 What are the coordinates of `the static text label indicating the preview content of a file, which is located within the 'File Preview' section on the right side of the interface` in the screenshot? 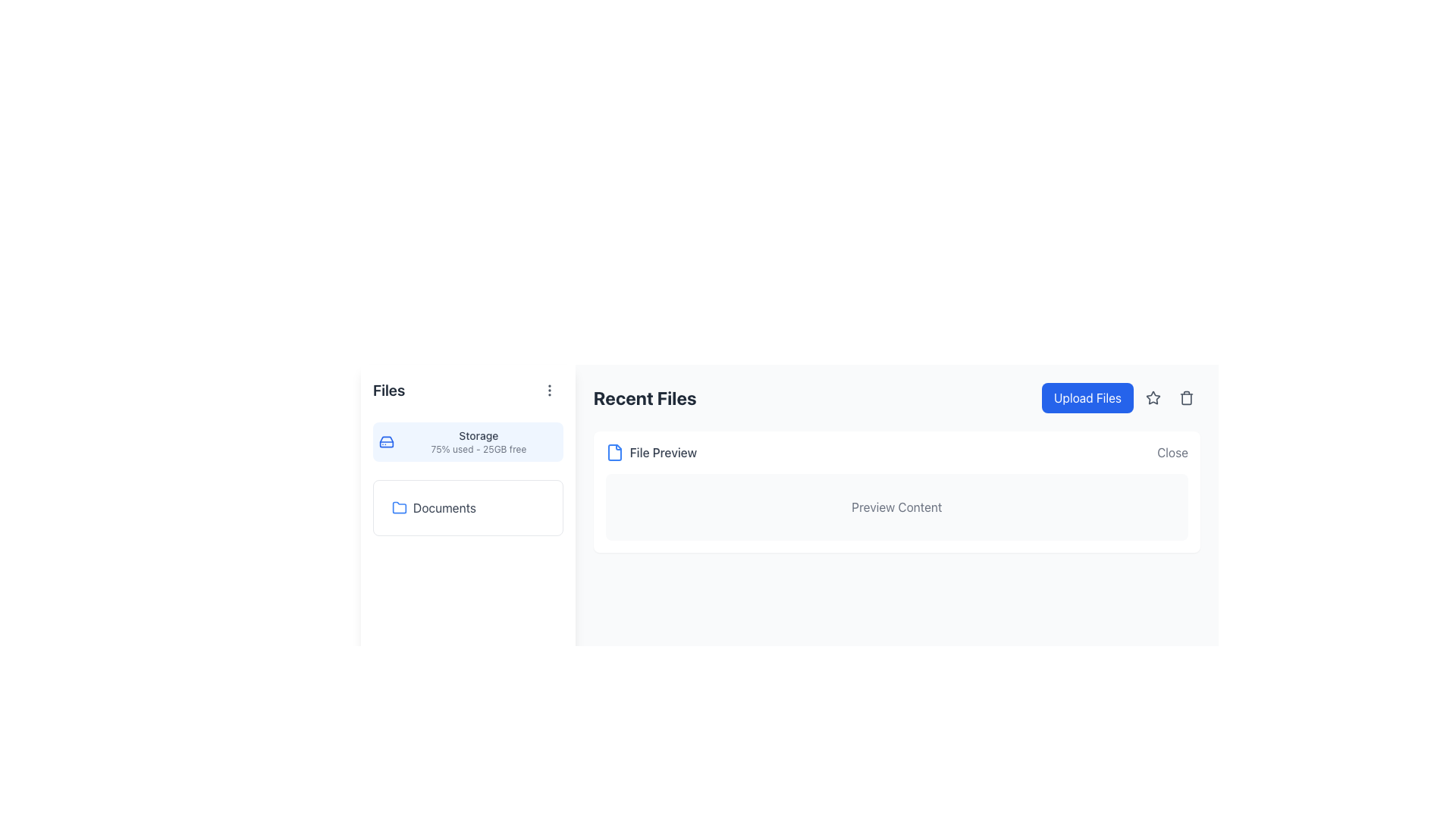 It's located at (896, 507).